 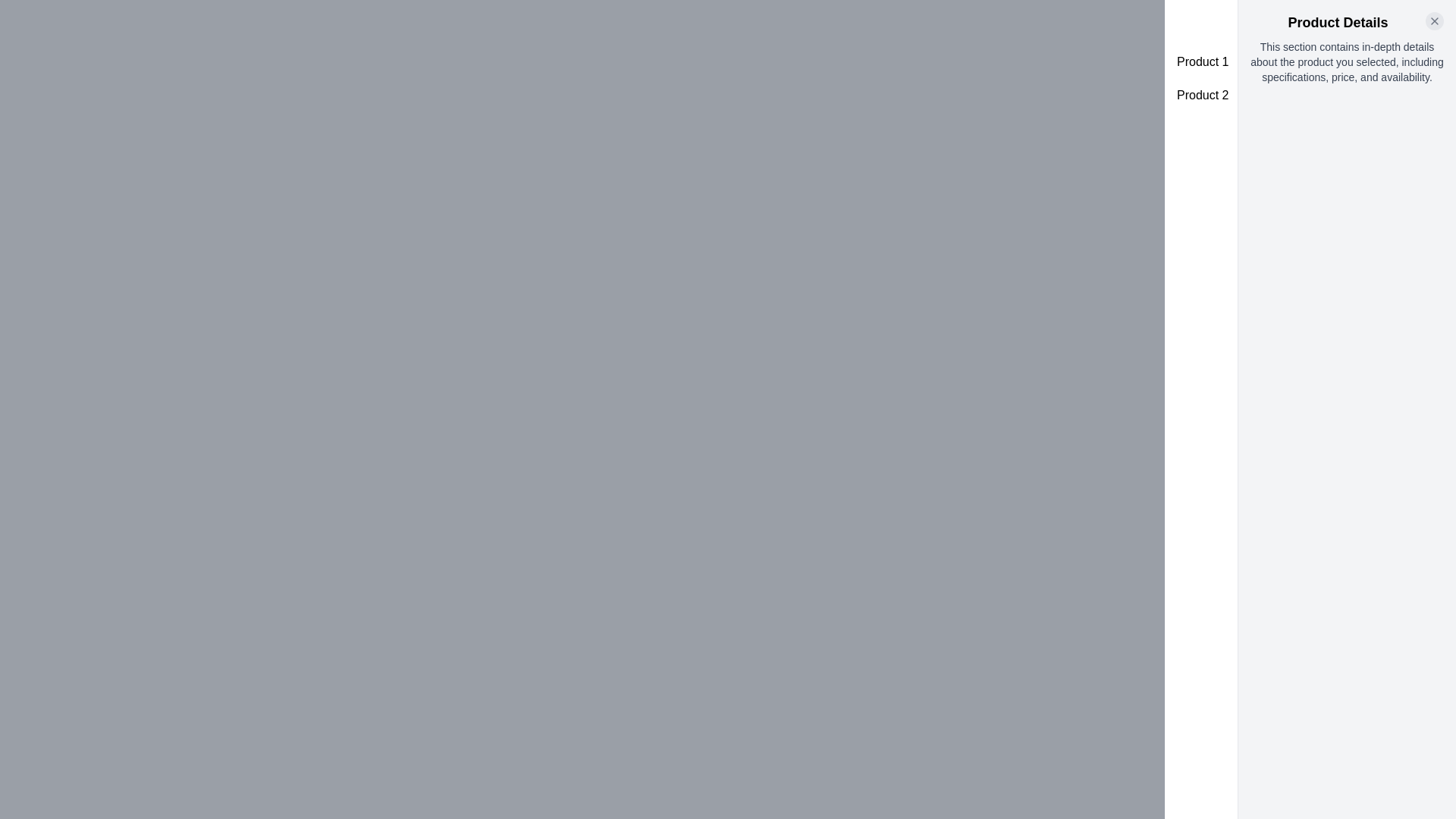 What do you see at coordinates (1310, 23) in the screenshot?
I see `the 'Product List' text header for accessibility purposes by moving the cursor to its center point` at bounding box center [1310, 23].